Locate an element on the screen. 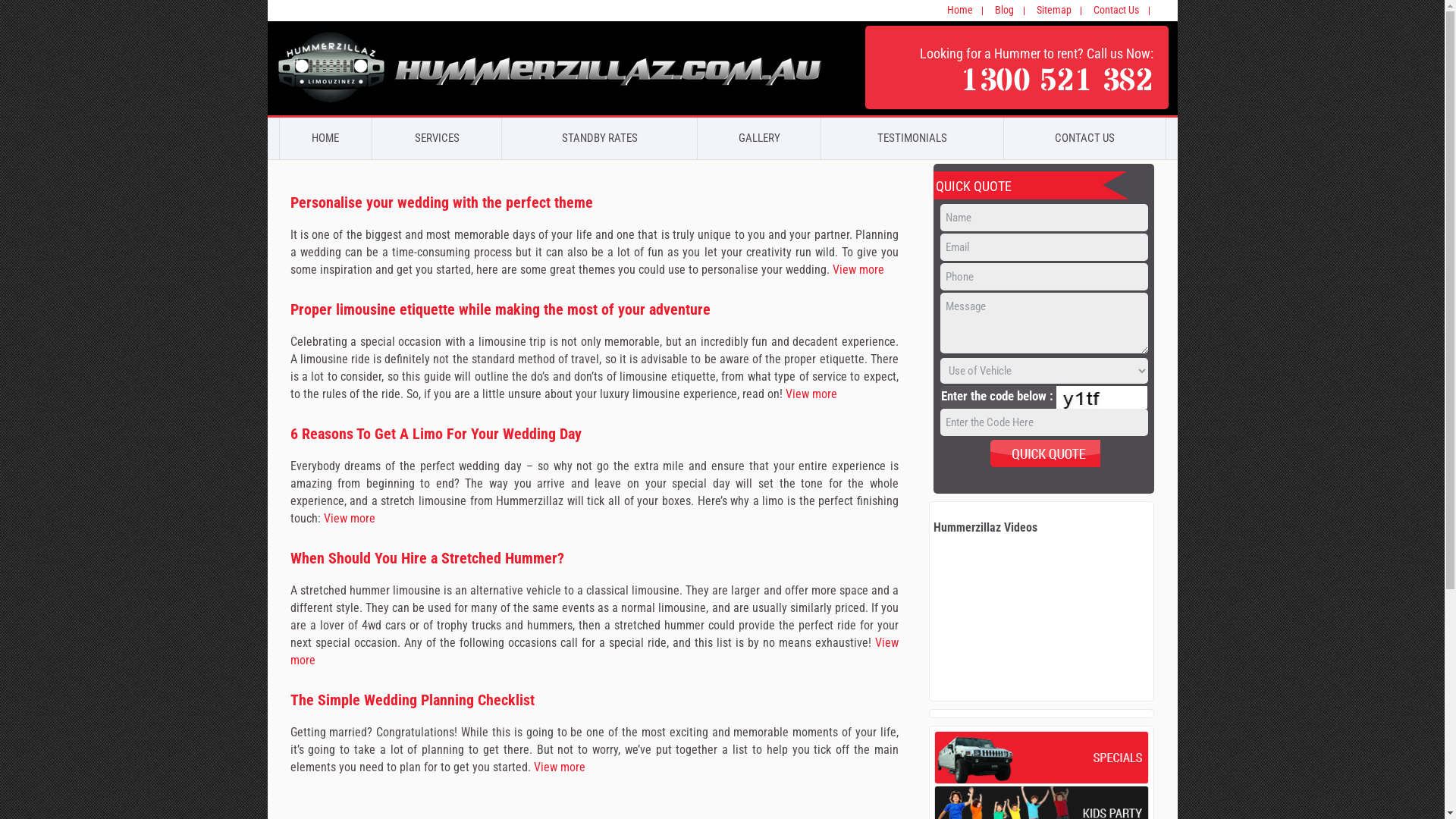 The width and height of the screenshot is (1456, 819). 'SERVICES' is located at coordinates (436, 138).